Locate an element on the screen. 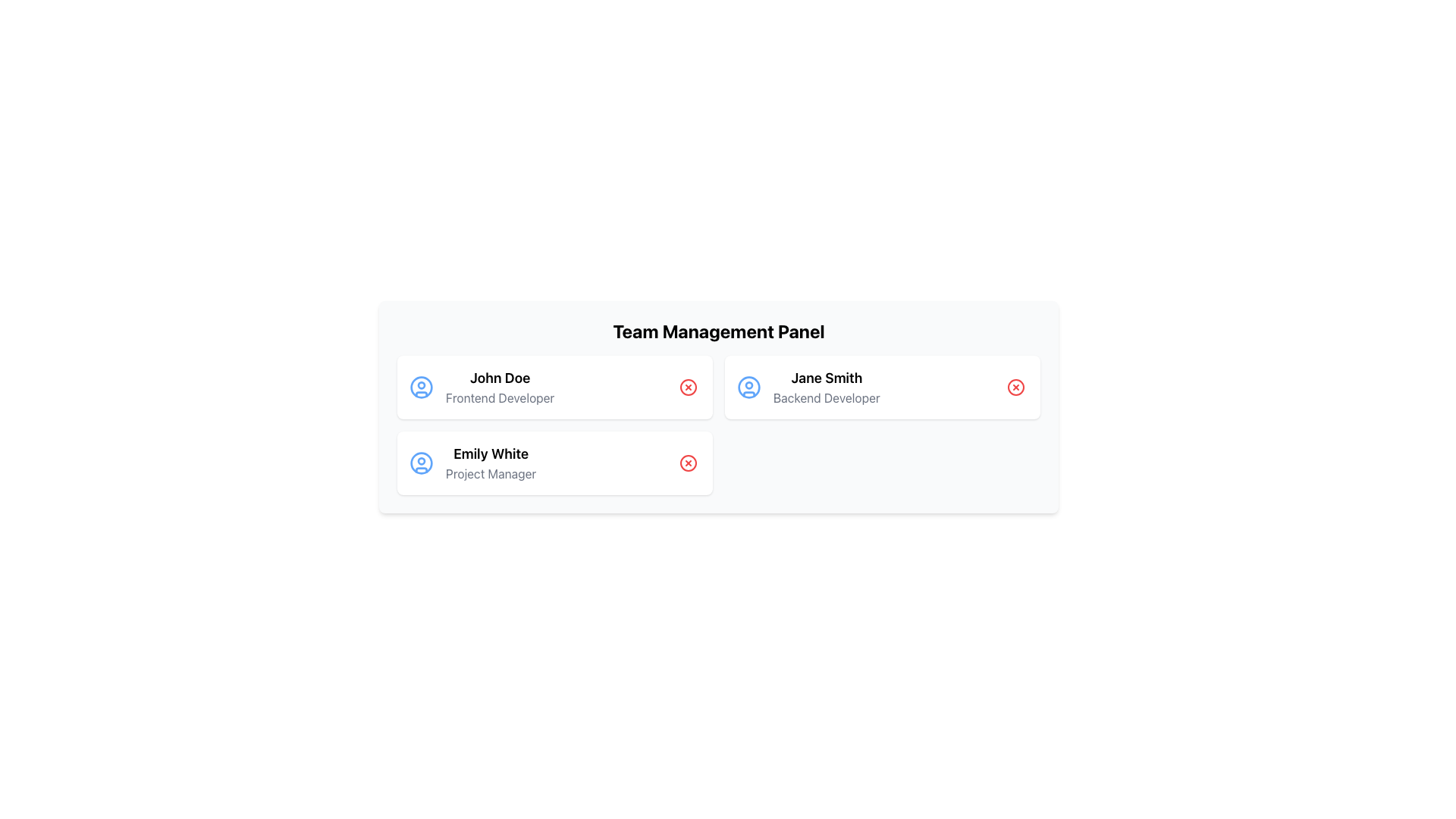  the text label displaying 'John Doe - Frontend Developer' is located at coordinates (500, 386).